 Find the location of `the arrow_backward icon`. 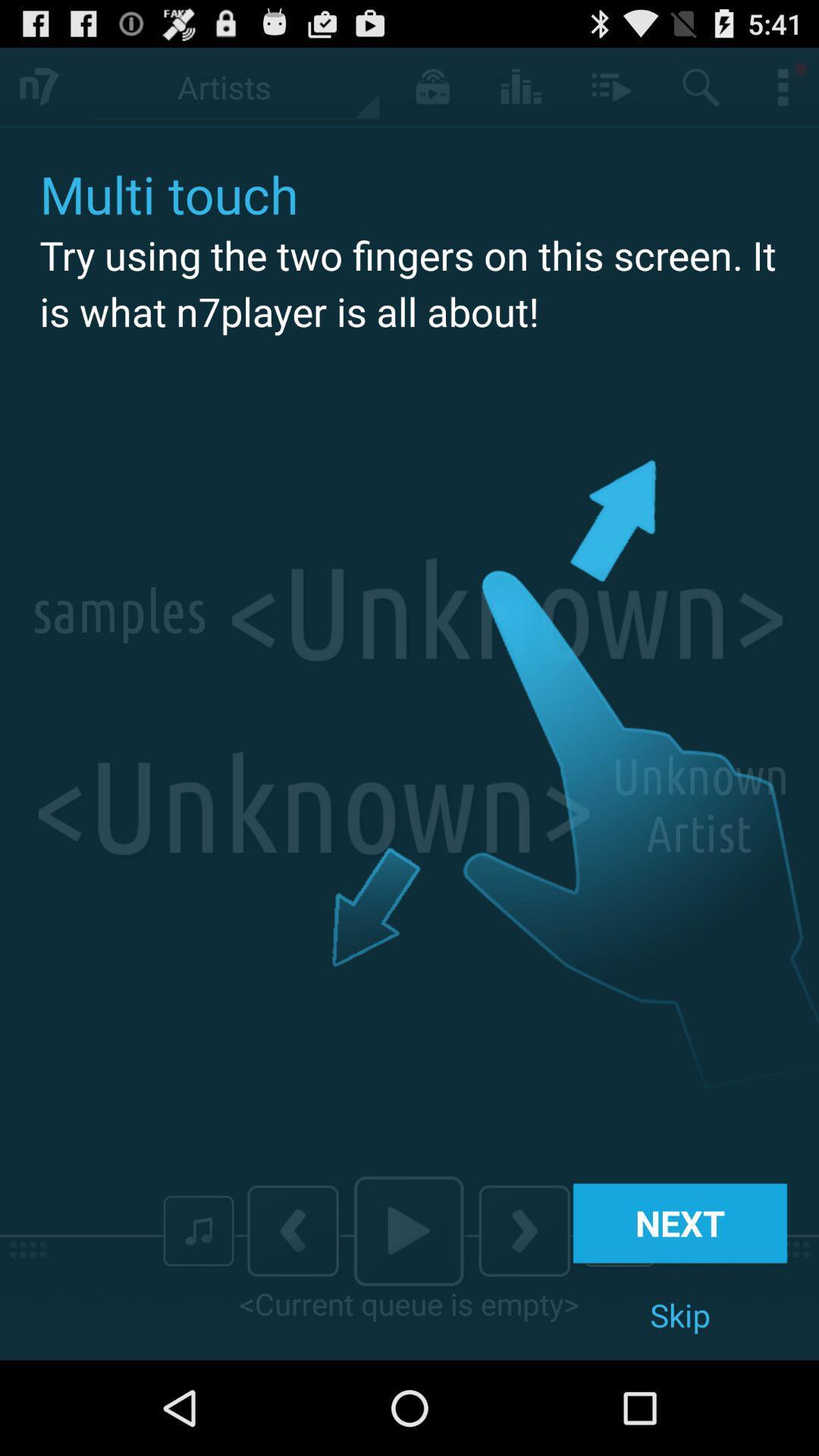

the arrow_backward icon is located at coordinates (293, 1316).